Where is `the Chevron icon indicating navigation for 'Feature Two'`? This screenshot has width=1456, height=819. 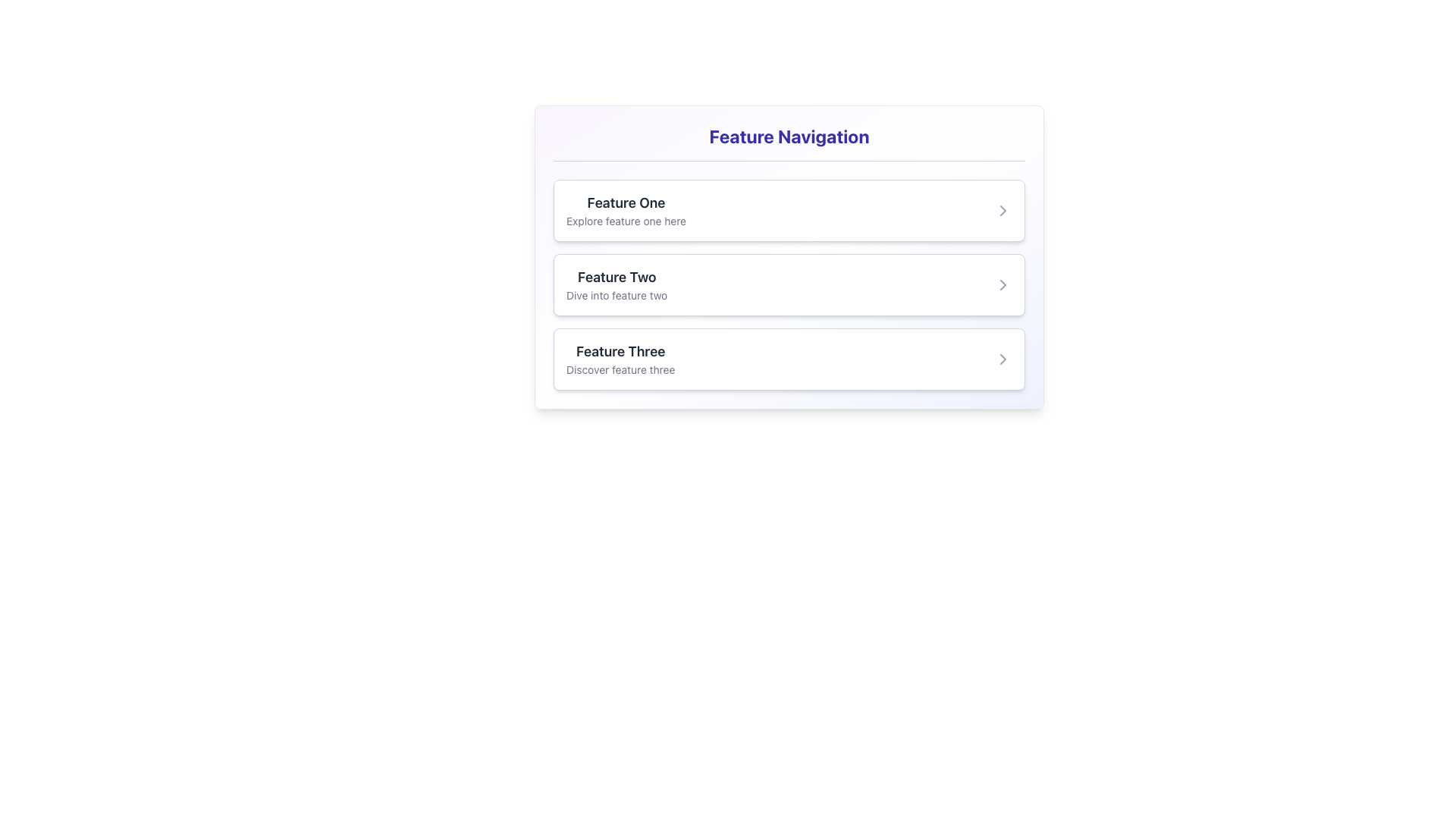 the Chevron icon indicating navigation for 'Feature Two' is located at coordinates (1003, 284).